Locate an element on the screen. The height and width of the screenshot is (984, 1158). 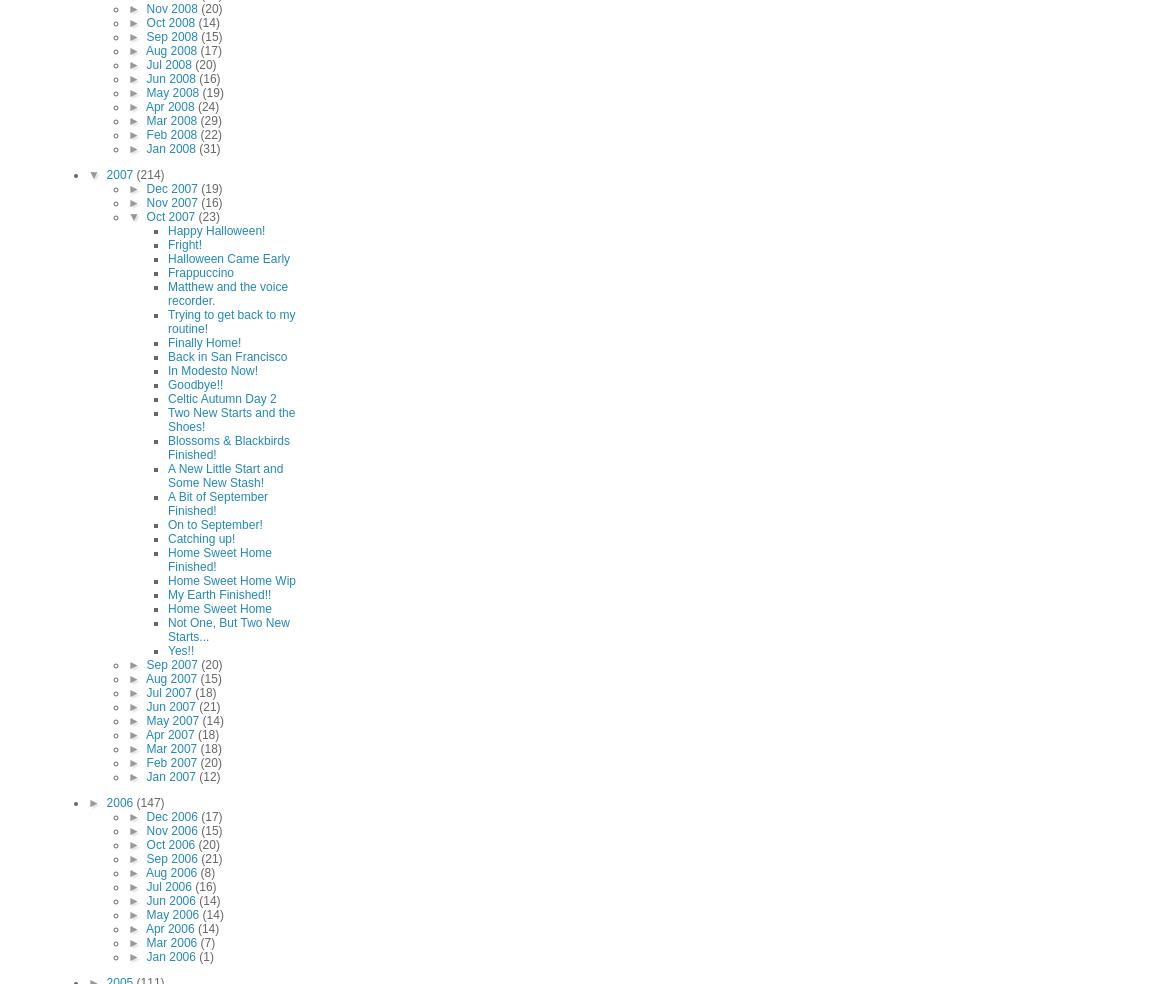
'Yes!!' is located at coordinates (167, 651).